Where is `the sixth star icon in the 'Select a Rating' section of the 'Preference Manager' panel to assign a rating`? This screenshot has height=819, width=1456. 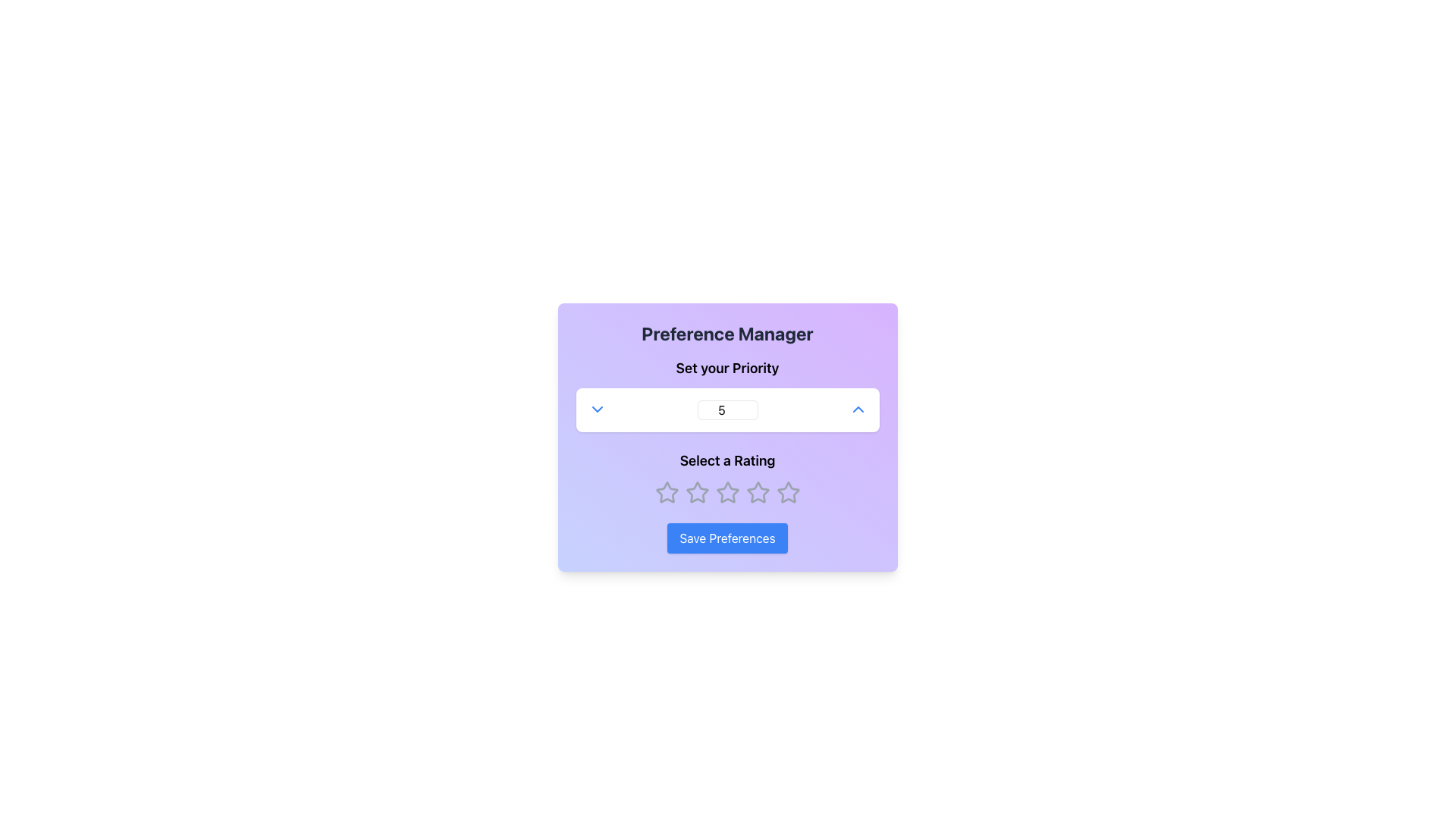
the sixth star icon in the 'Select a Rating' section of the 'Preference Manager' panel to assign a rating is located at coordinates (758, 493).